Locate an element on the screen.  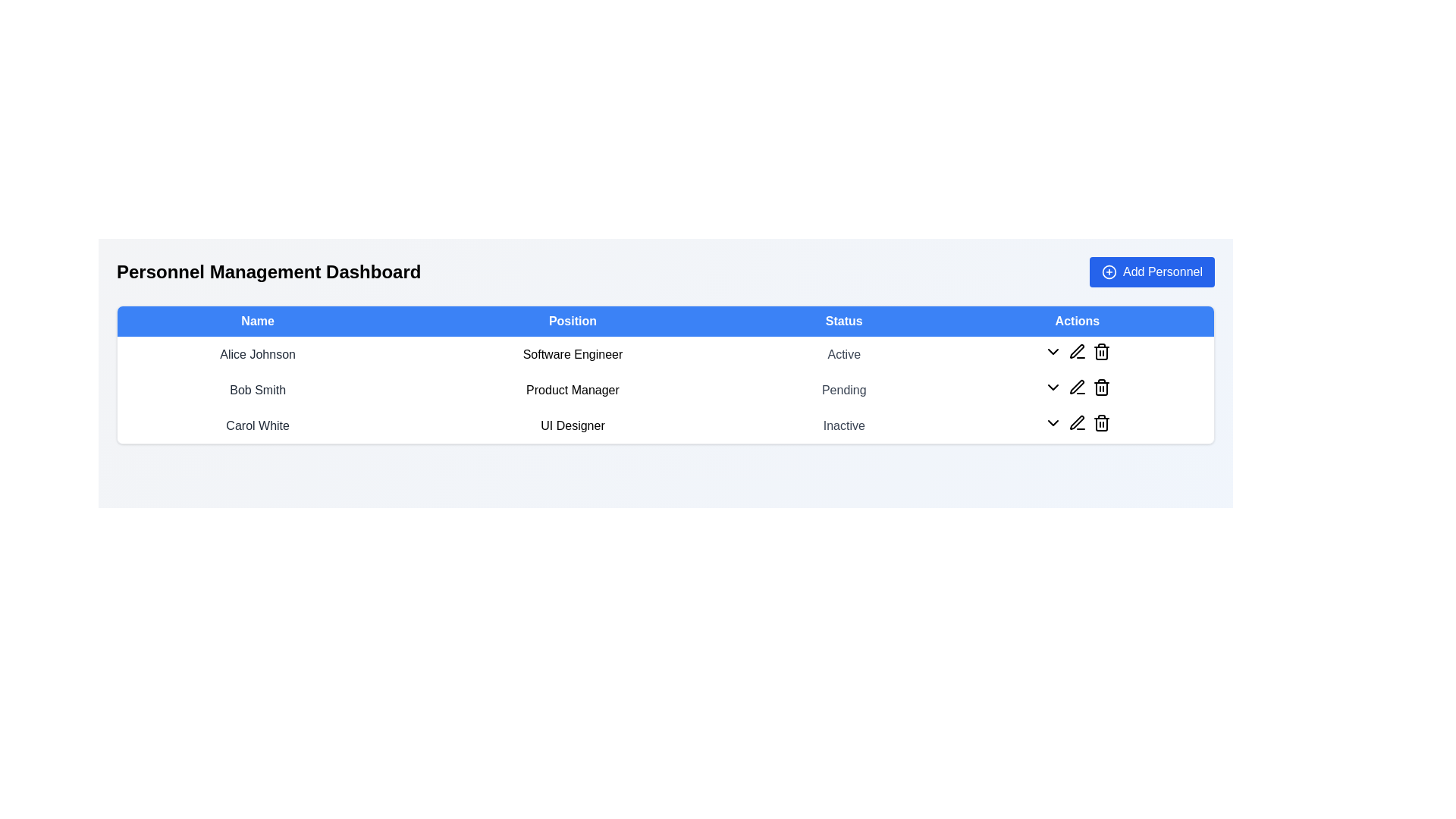
the static text displaying the name 'Bob Smith', which is styled with a medium font weight and gray color, located in the personnel management table under the 'Name' column as the second entry is located at coordinates (258, 389).